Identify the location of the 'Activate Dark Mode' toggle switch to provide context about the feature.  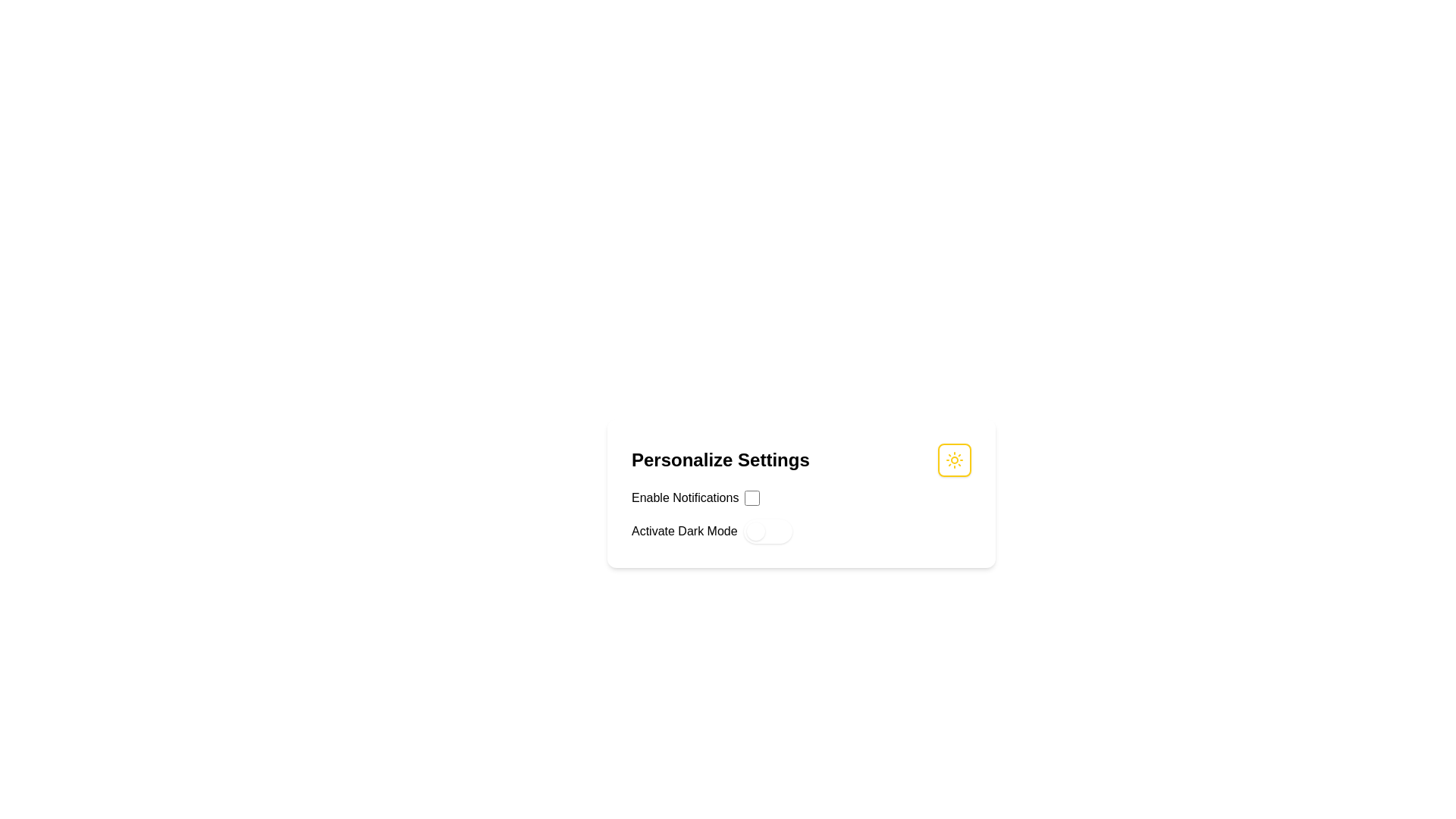
(800, 531).